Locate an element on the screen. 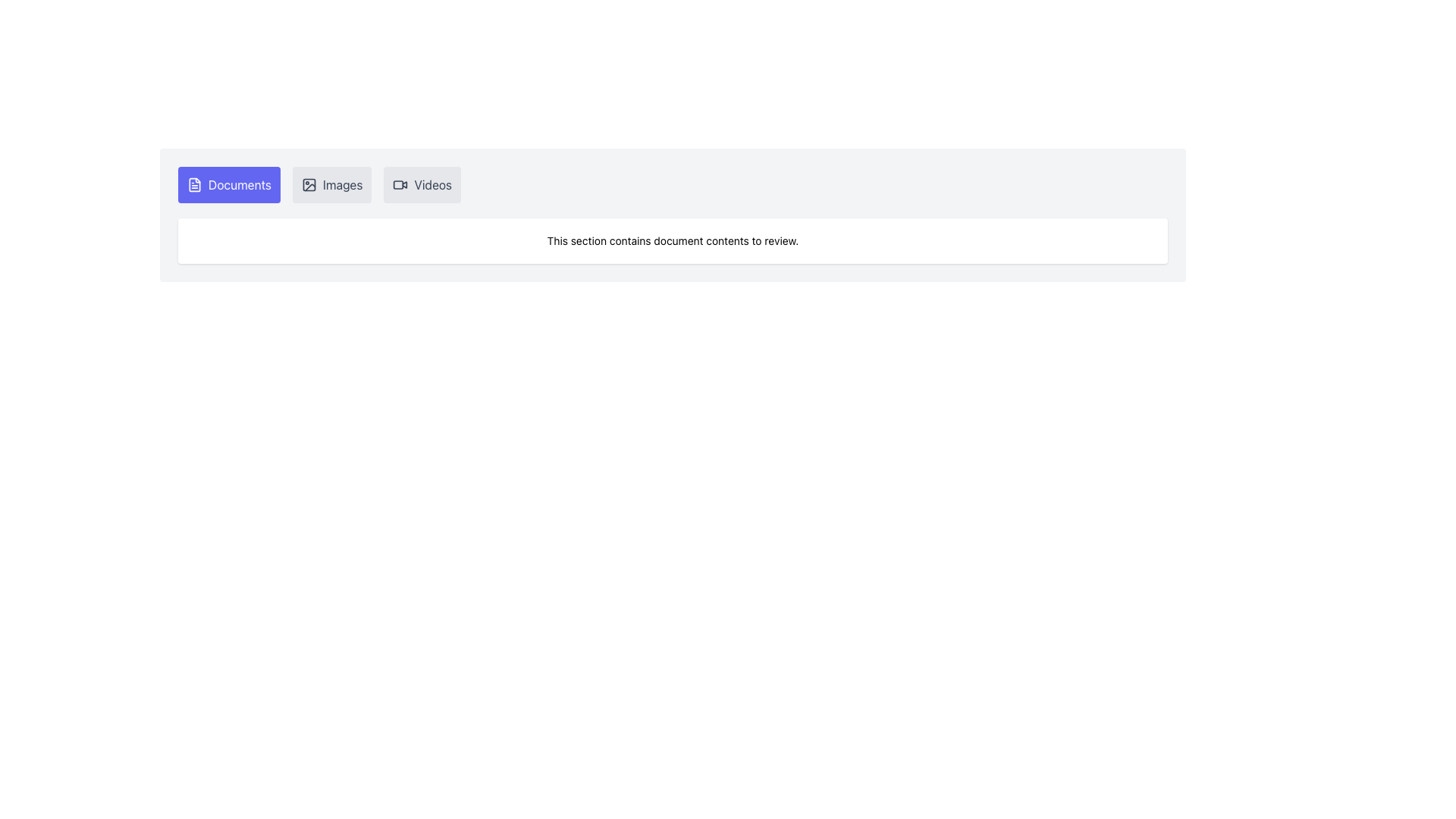 This screenshot has width=1456, height=819. the first button in the top-left of the layout, which allows for viewing or working with document-related content is located at coordinates (228, 184).